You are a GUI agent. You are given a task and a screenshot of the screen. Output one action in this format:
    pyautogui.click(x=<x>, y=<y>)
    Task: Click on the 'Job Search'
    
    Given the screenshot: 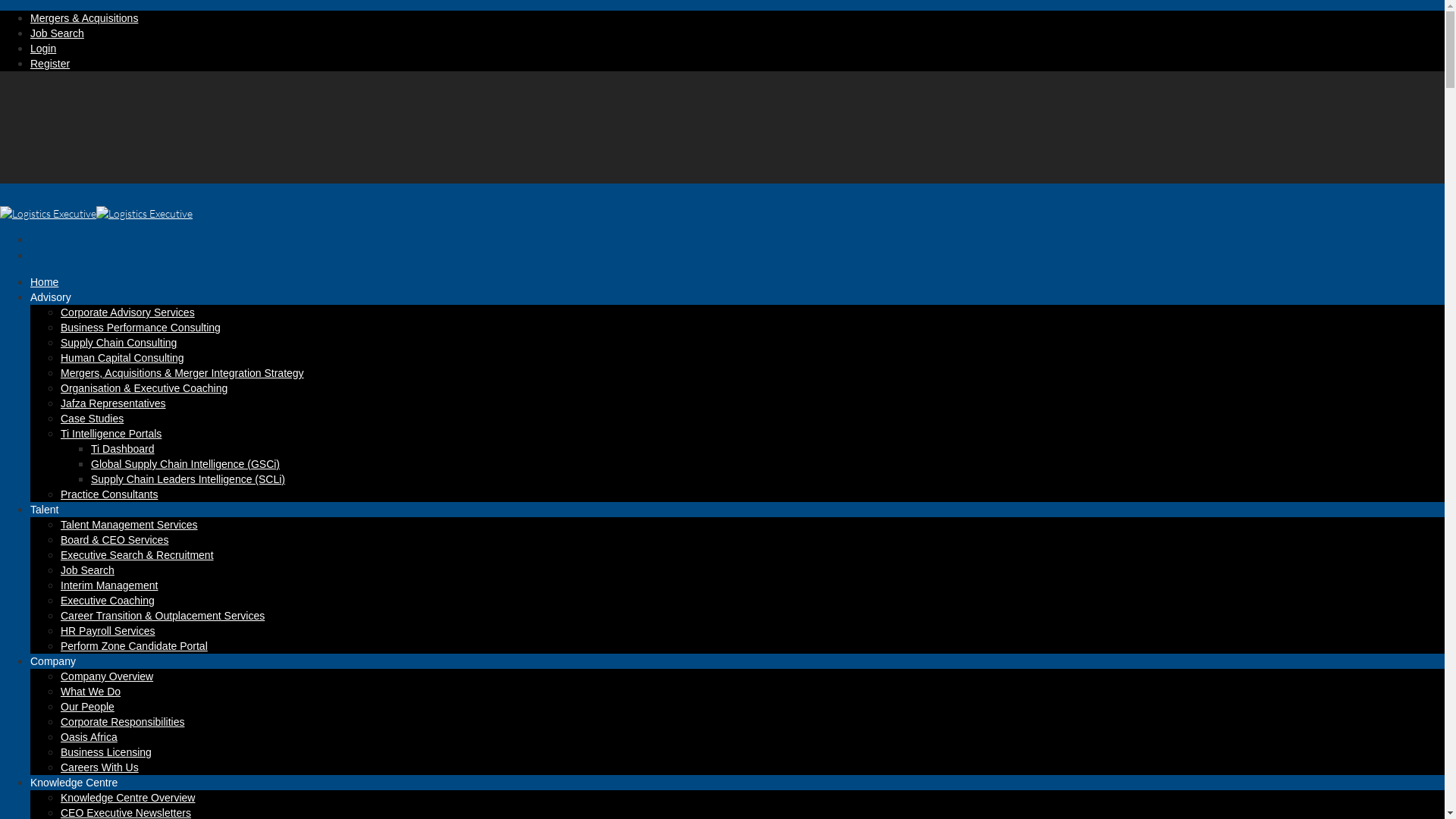 What is the action you would take?
    pyautogui.click(x=57, y=33)
    